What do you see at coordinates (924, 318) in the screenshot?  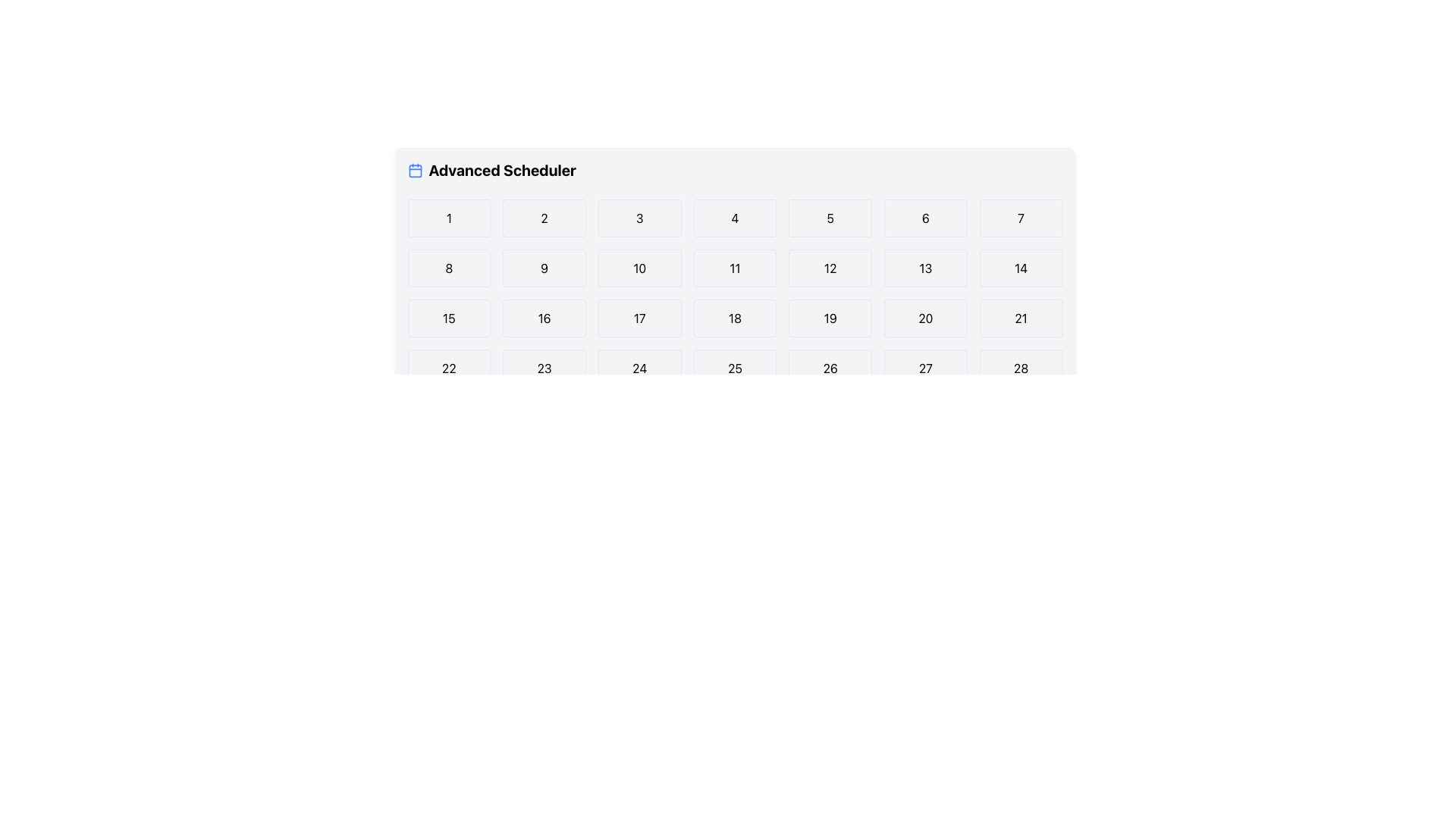 I see `the selectable date cell located in the third row and sixth column of the calendar grid` at bounding box center [924, 318].